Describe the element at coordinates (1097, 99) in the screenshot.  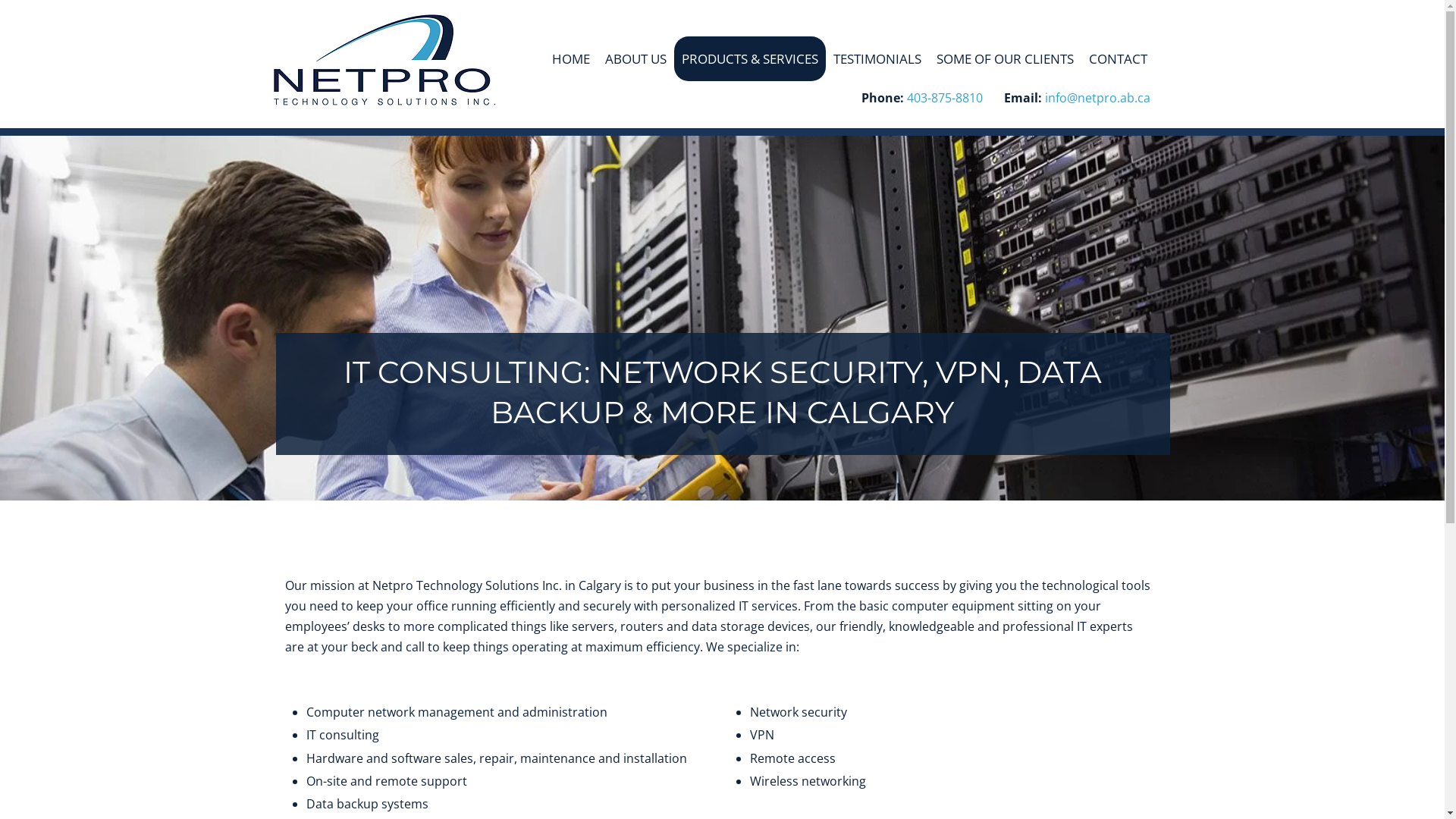
I see `'info@netpro.ab.ca'` at that location.